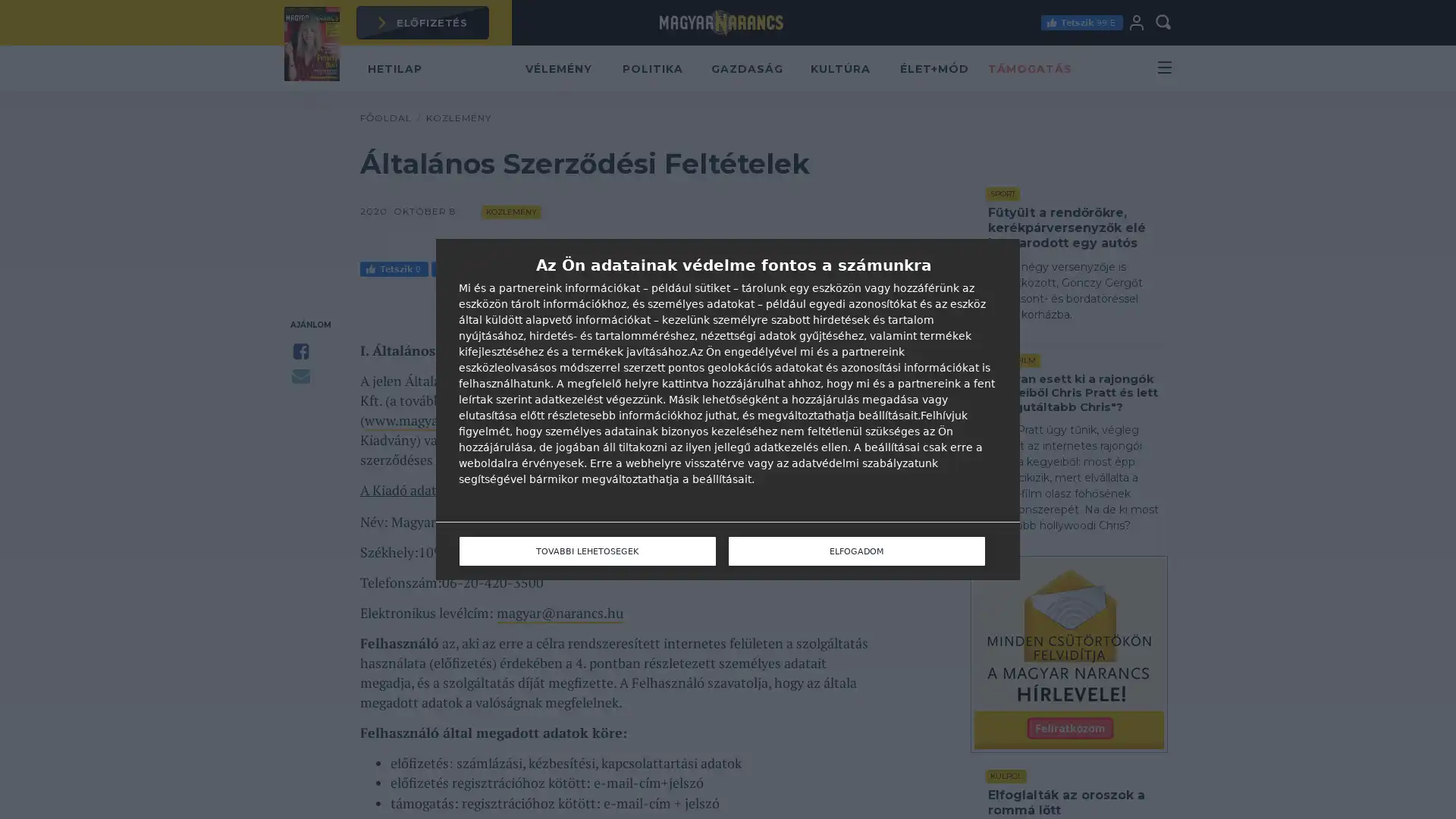  I want to click on TOVABBI LEHETOSEGEK, so click(586, 551).